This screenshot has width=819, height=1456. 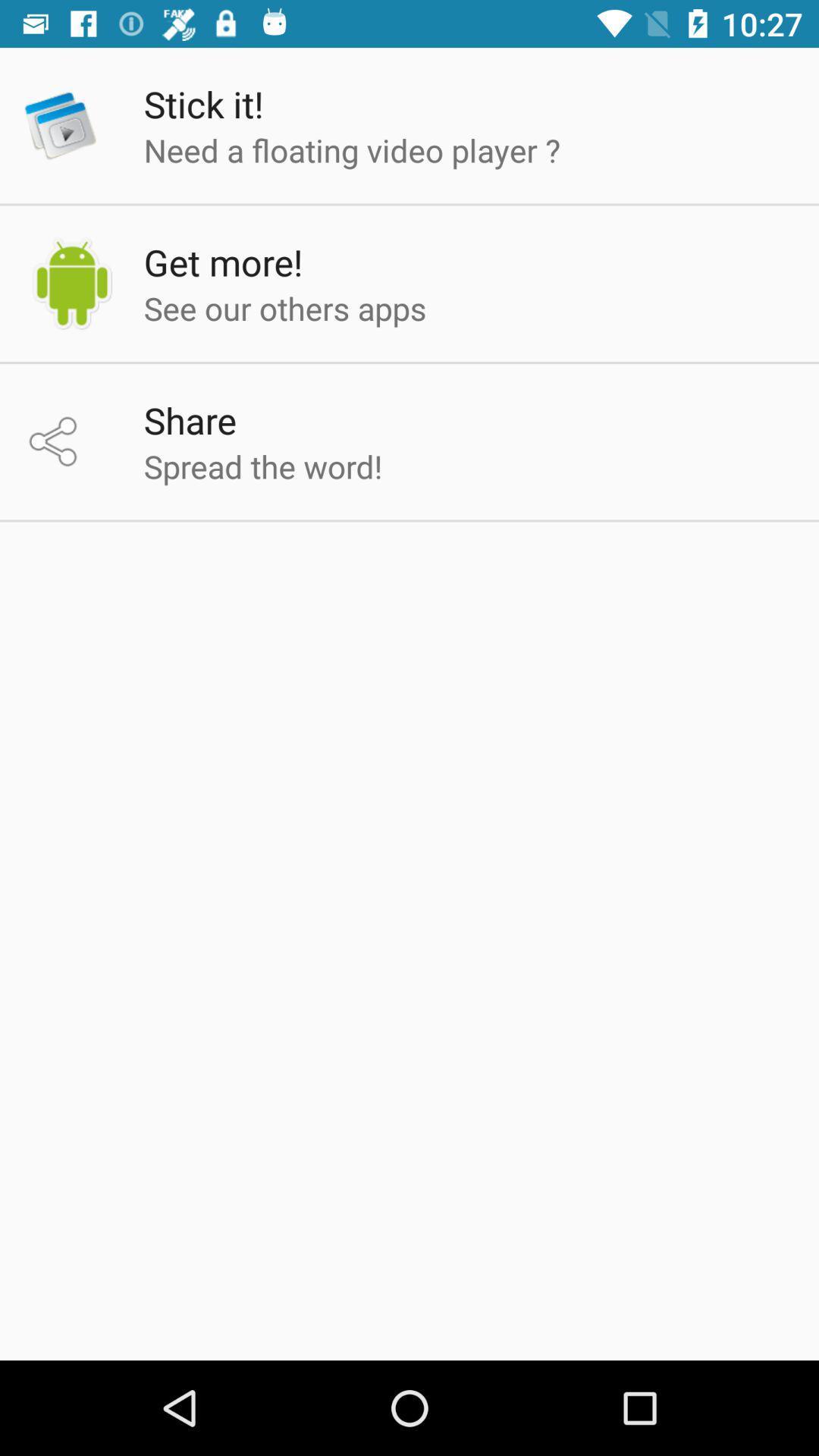 I want to click on see our others, so click(x=285, y=307).